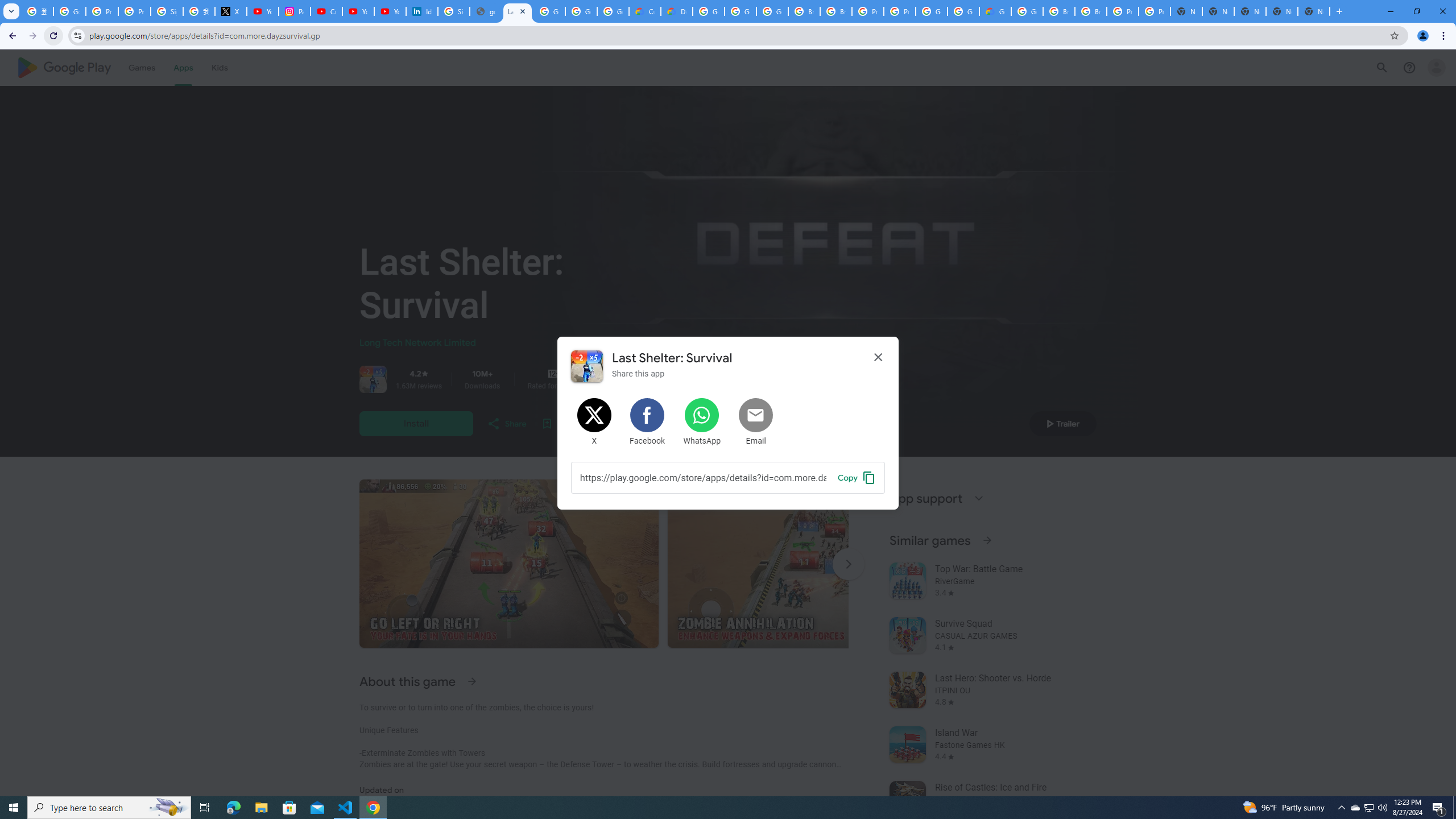  Describe the element at coordinates (262, 11) in the screenshot. I see `'YouTube Content Monetization Policies - How YouTube Works'` at that location.